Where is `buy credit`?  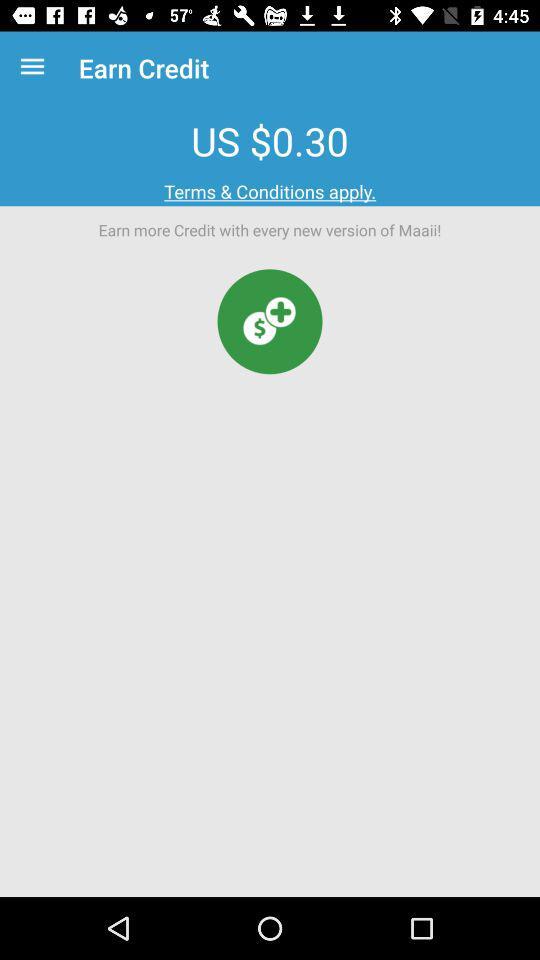 buy credit is located at coordinates (270, 321).